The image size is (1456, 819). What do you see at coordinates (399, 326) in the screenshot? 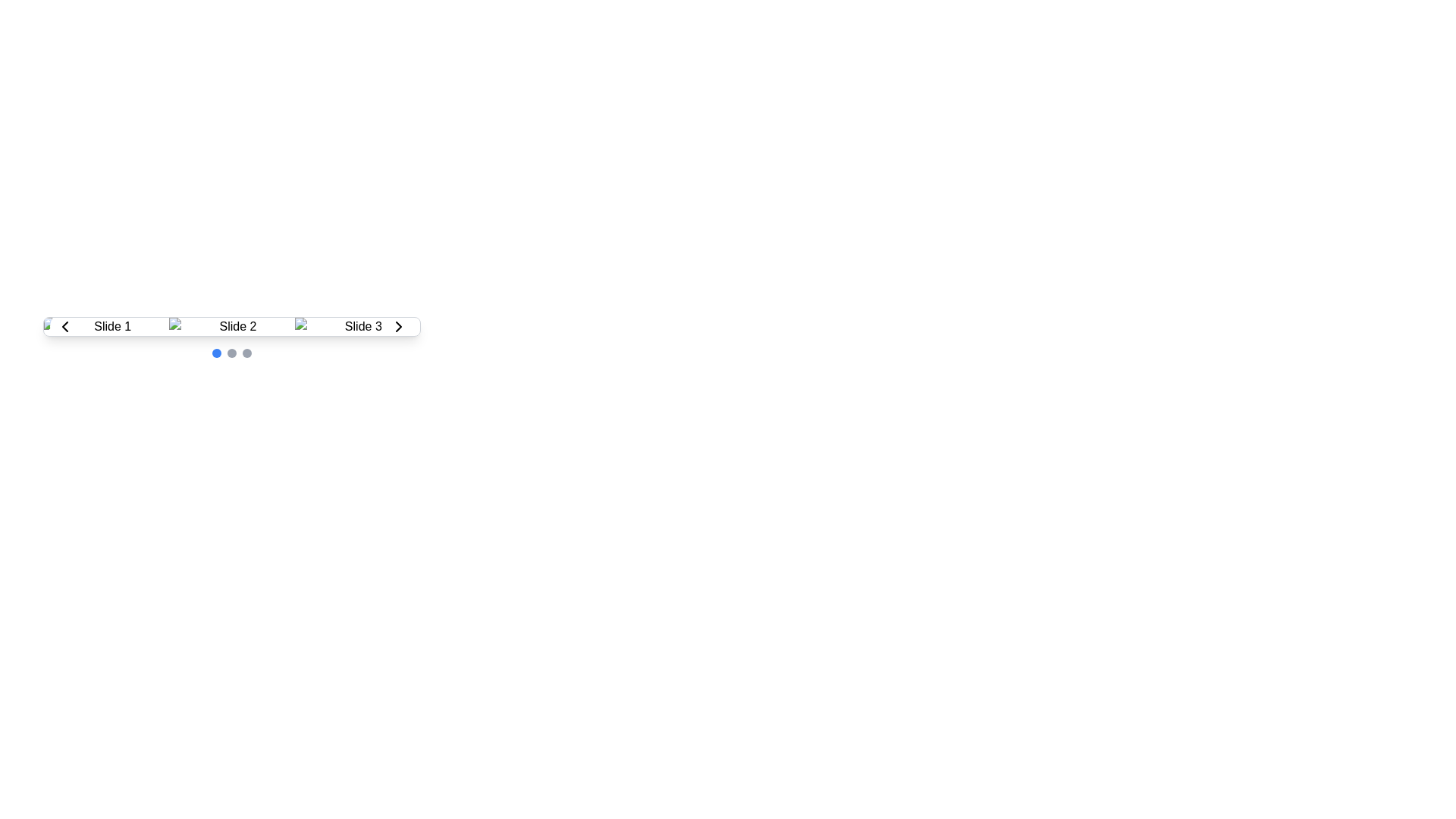
I see `the circular button with a white background and a black right-pointing chevron icon` at bounding box center [399, 326].